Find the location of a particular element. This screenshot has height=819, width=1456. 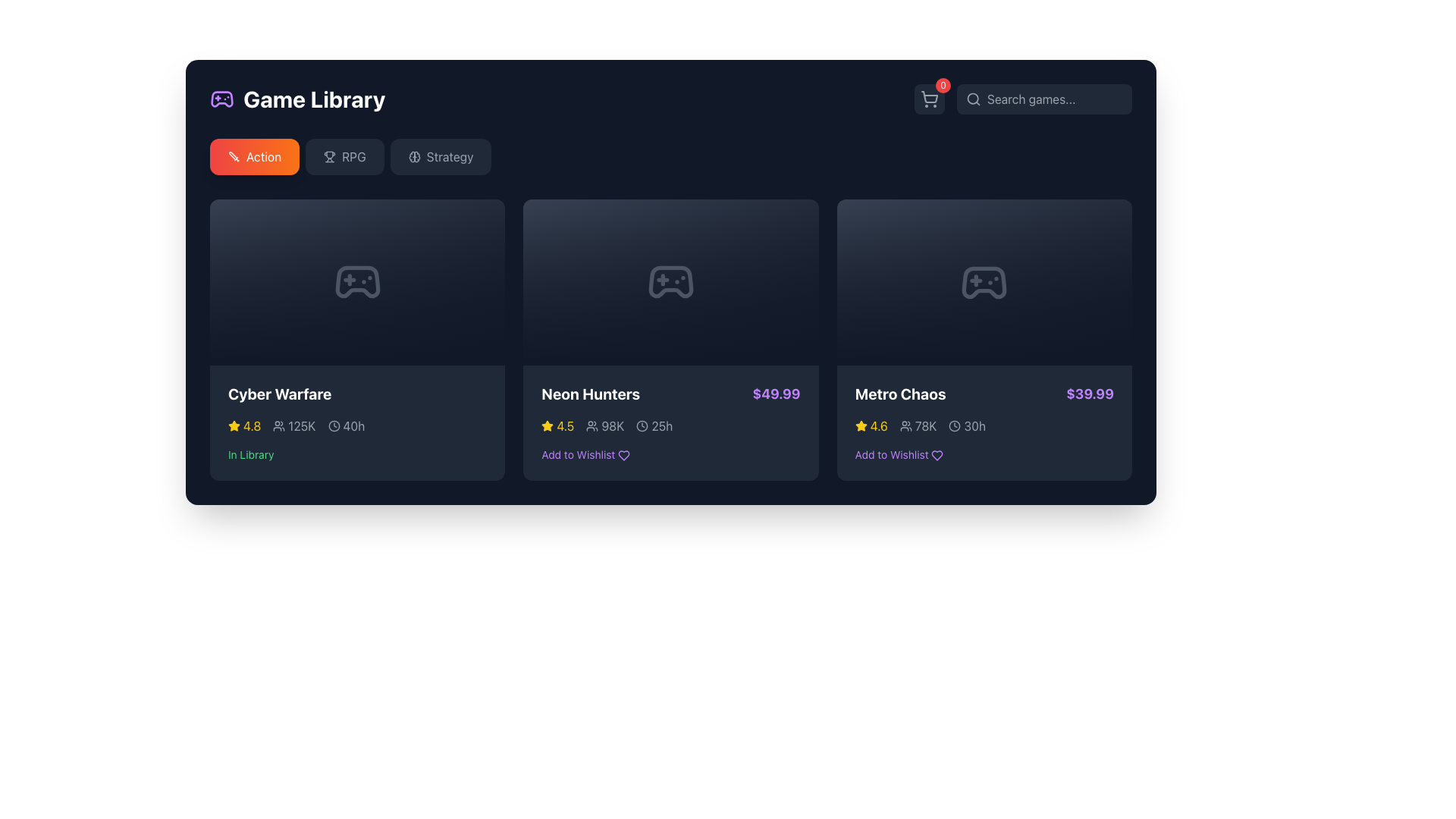

the static label displaying the price information for the game 'Neon Hunters', located on the right side within its card, aligned horizontally with its title is located at coordinates (777, 394).